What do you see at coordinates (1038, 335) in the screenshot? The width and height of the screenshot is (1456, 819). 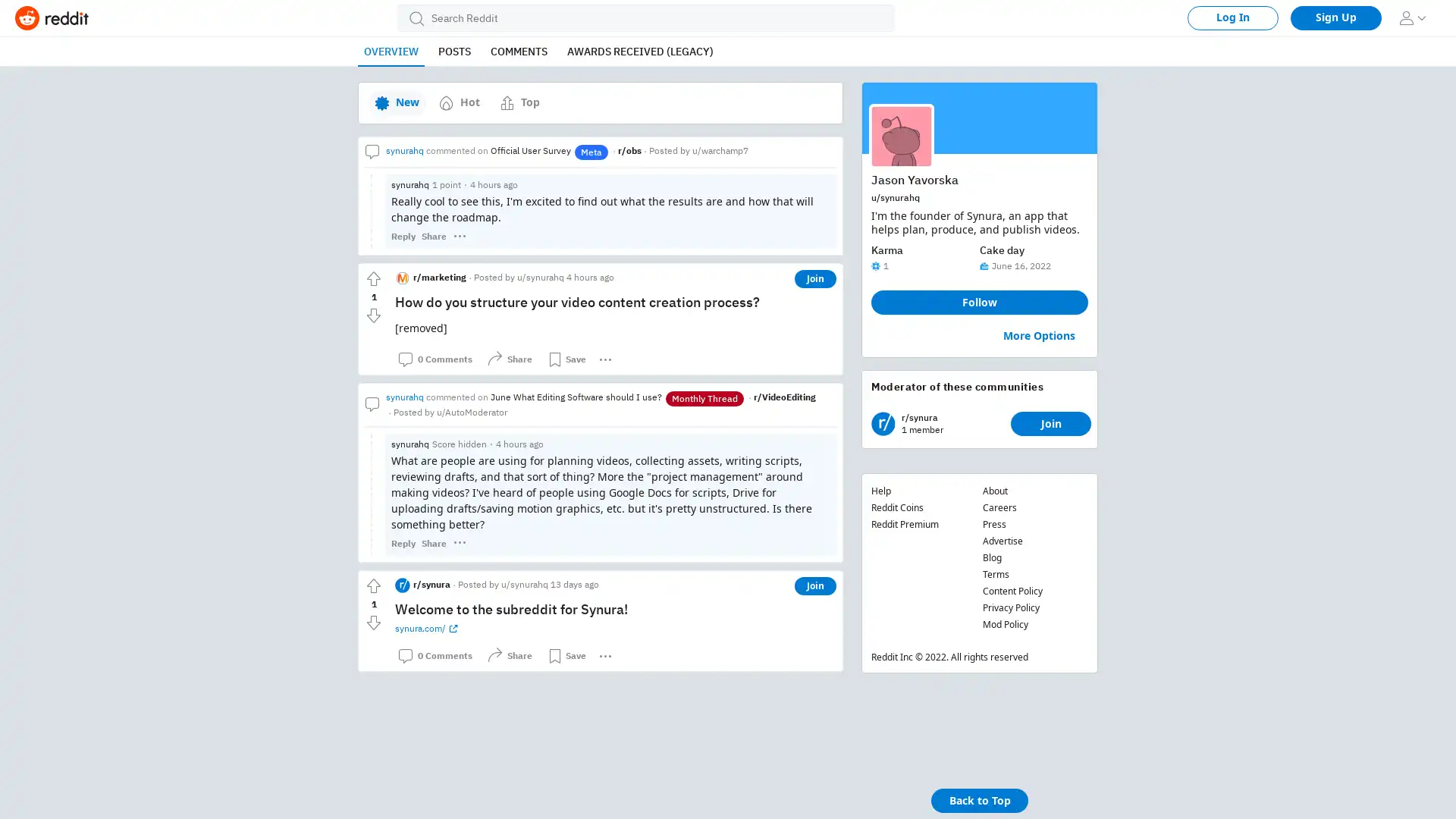 I see `More Options` at bounding box center [1038, 335].